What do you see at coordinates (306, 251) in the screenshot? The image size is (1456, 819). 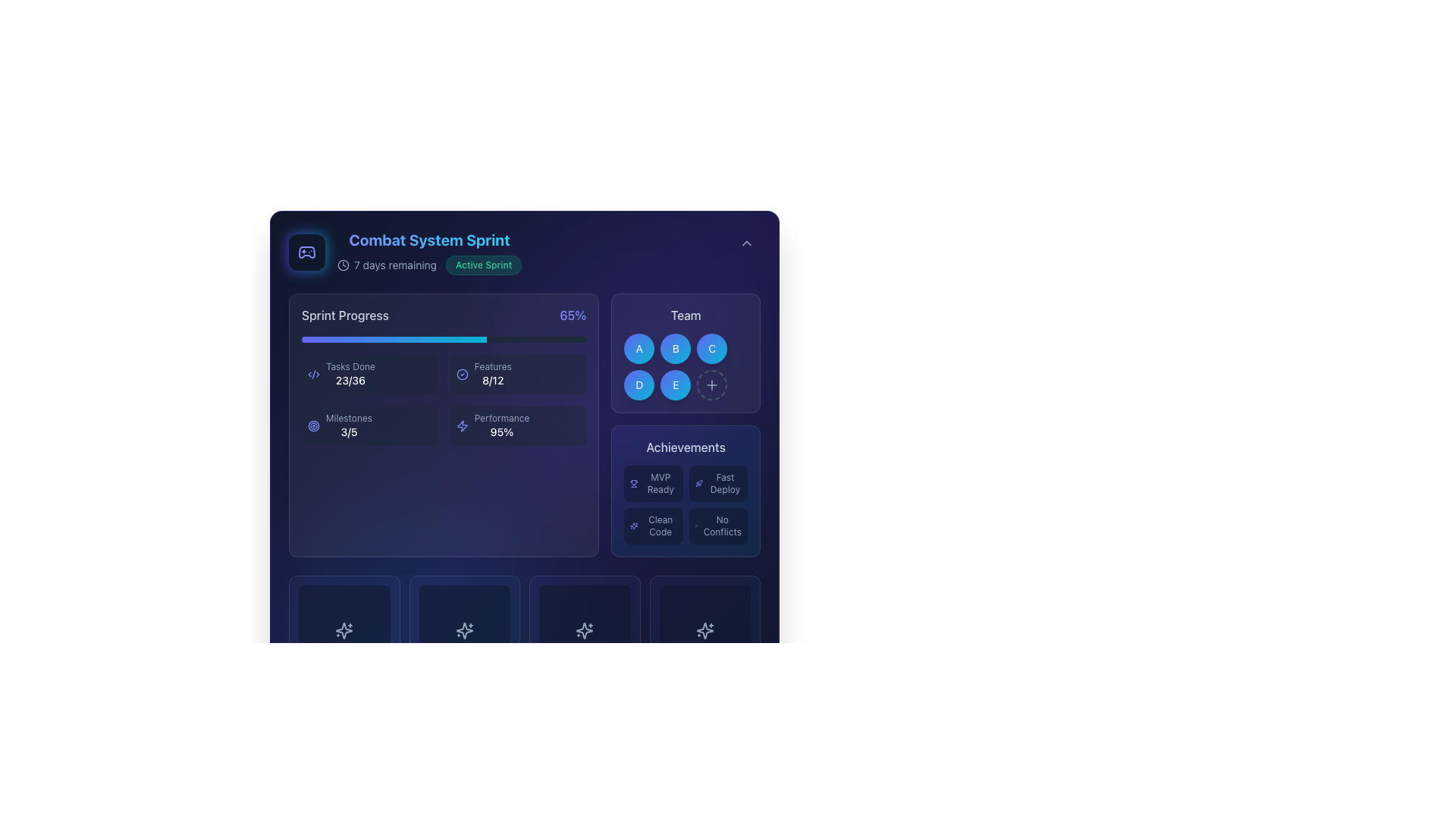 I see `the decorative gaming icon located in the top-left section of the user interface, which is part of a box with slightly rounded corners, positioned next to a labeled title` at bounding box center [306, 251].